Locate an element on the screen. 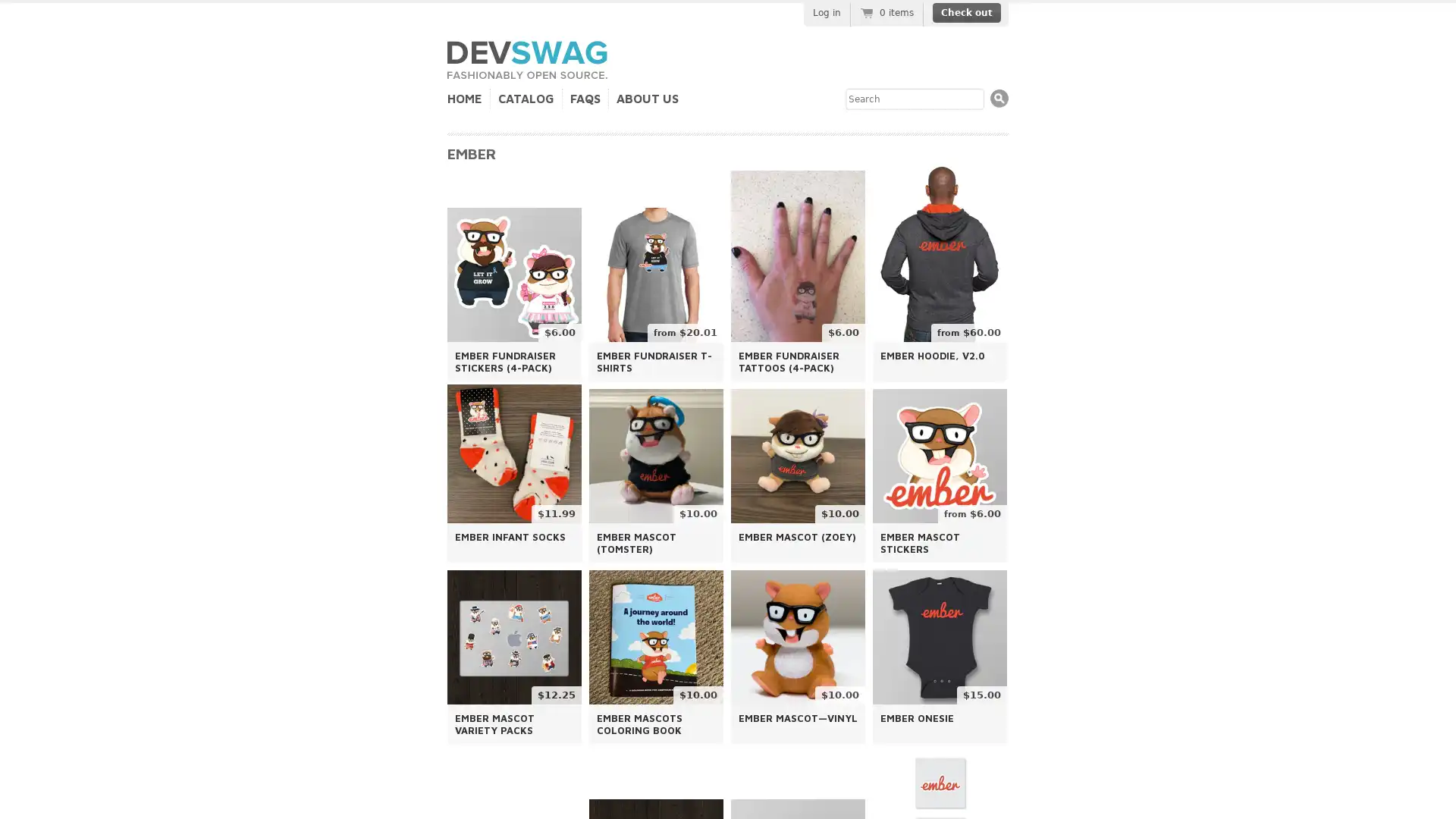 The width and height of the screenshot is (1456, 819). Search is located at coordinates (999, 98).